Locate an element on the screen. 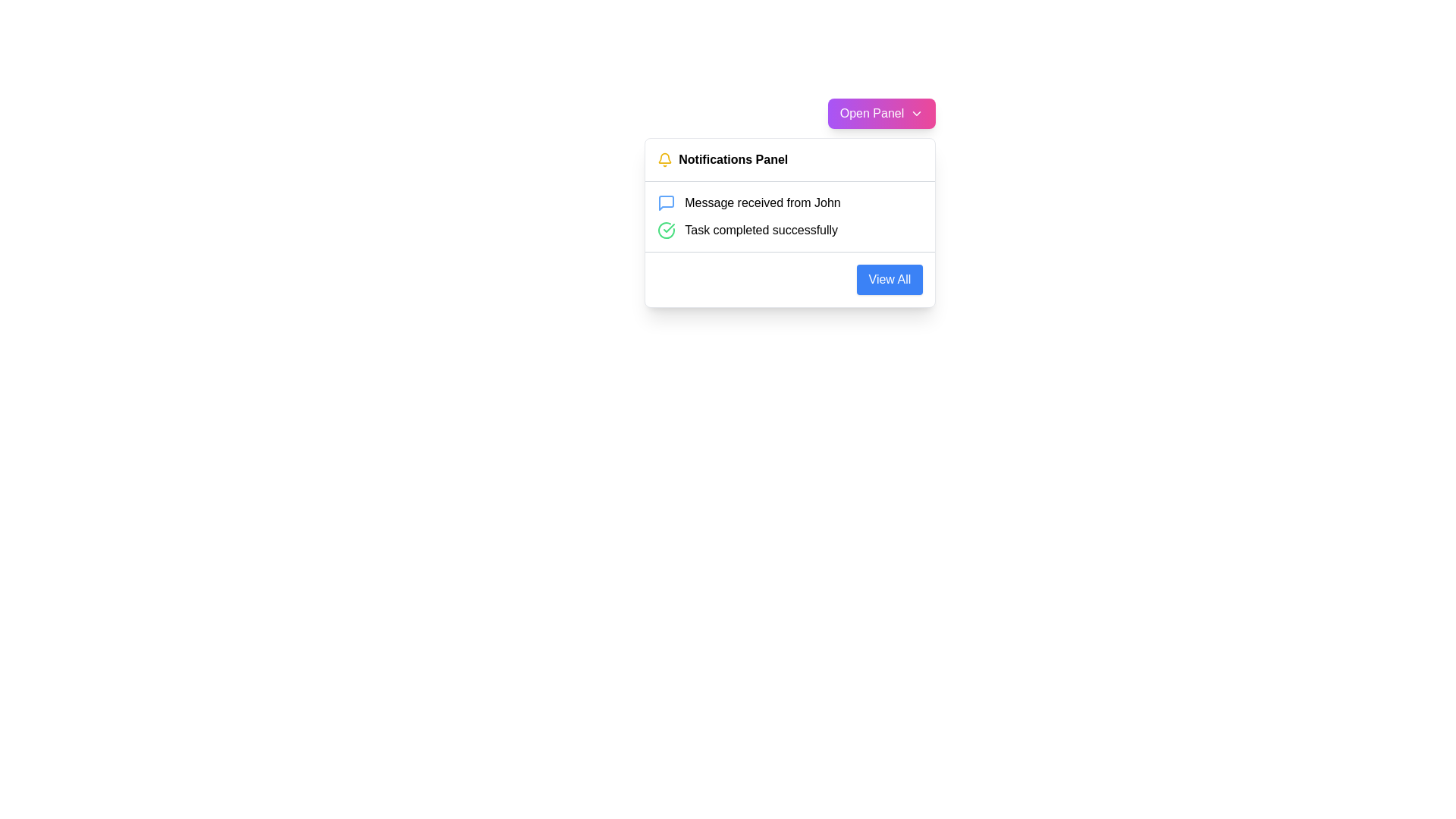  the second notification item labeled 'Task completed successfully' in the Notification List located in the Notifications Panel is located at coordinates (789, 216).